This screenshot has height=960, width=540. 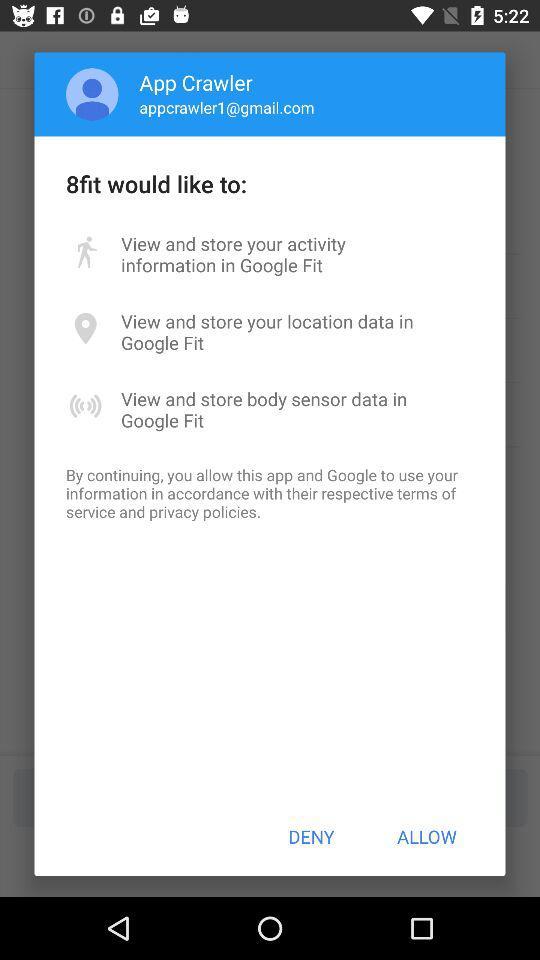 I want to click on icon next to app crawler item, so click(x=91, y=94).